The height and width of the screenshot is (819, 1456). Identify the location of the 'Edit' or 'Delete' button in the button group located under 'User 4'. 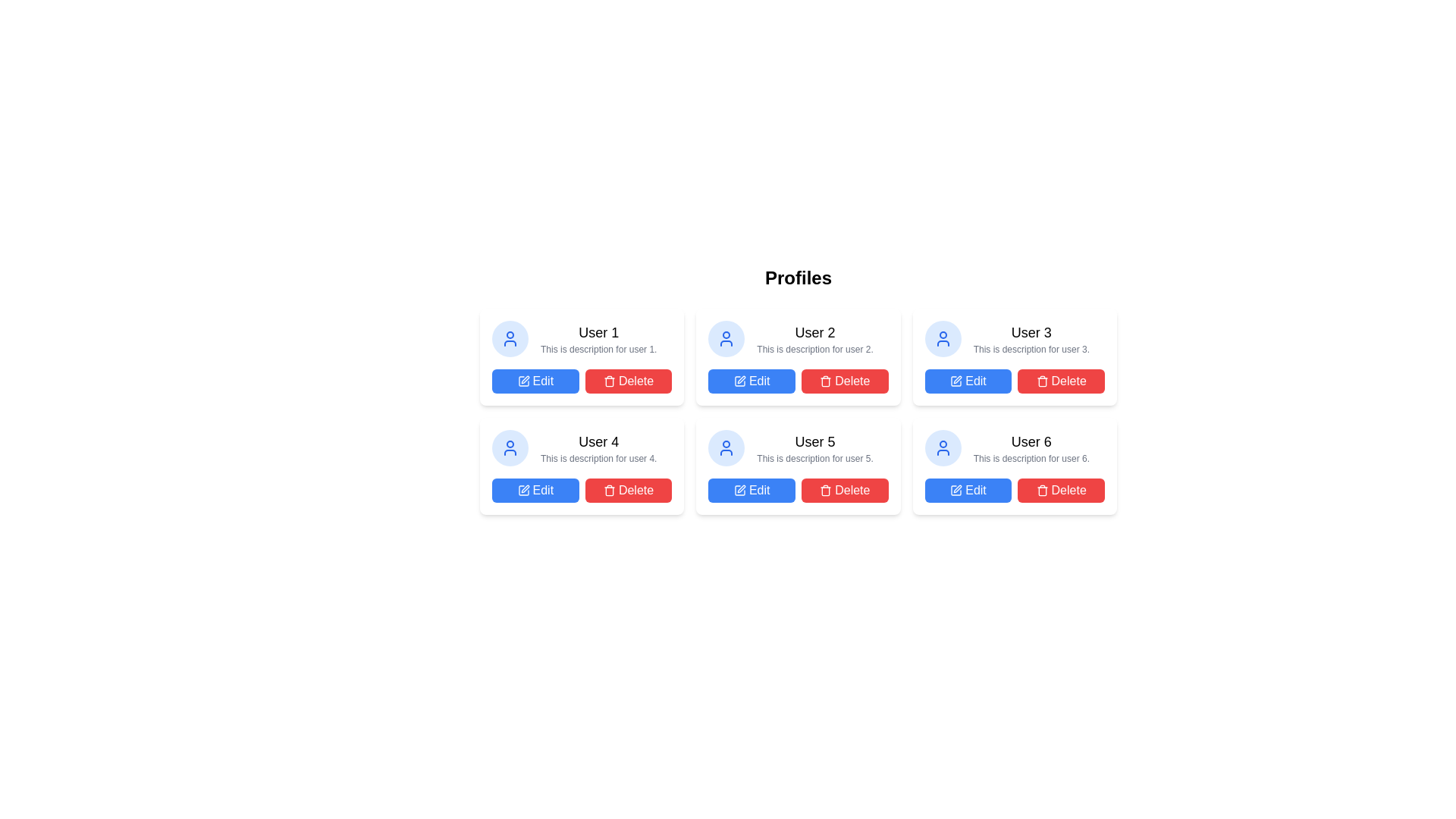
(581, 491).